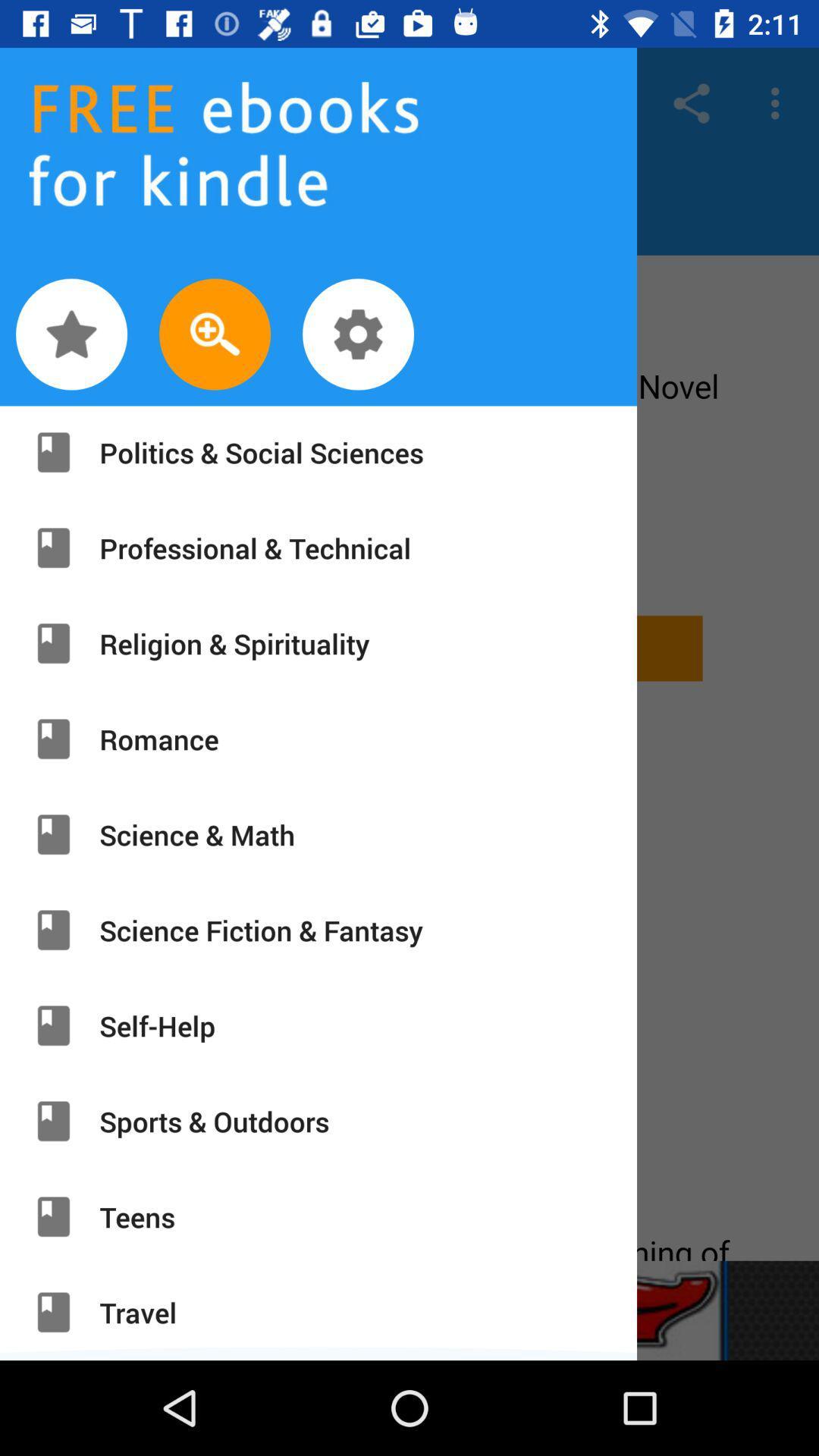 This screenshot has width=819, height=1456. I want to click on the symbol beside share in the top right corner, so click(779, 103).